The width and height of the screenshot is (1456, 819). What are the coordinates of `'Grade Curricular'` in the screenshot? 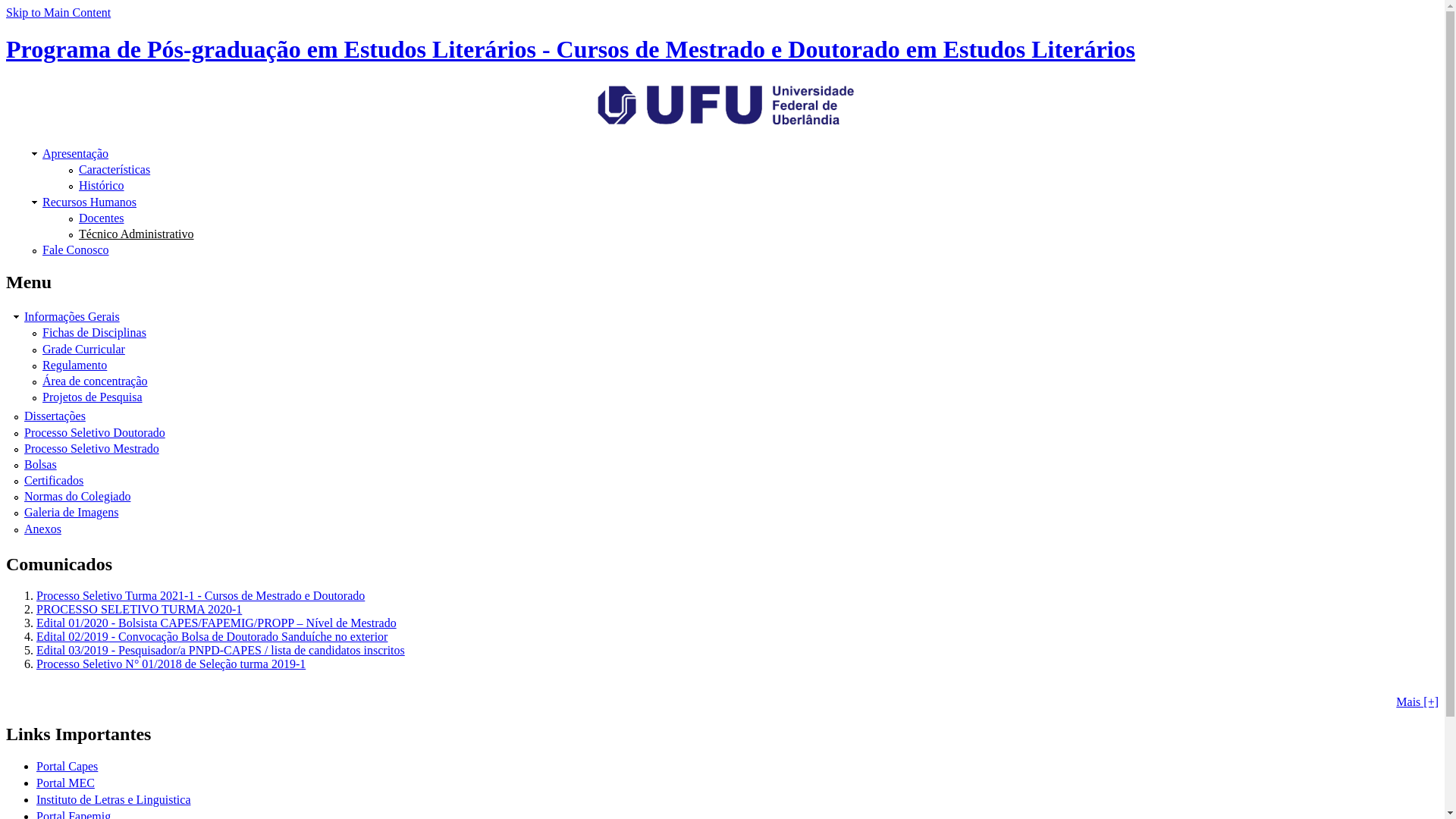 It's located at (83, 349).